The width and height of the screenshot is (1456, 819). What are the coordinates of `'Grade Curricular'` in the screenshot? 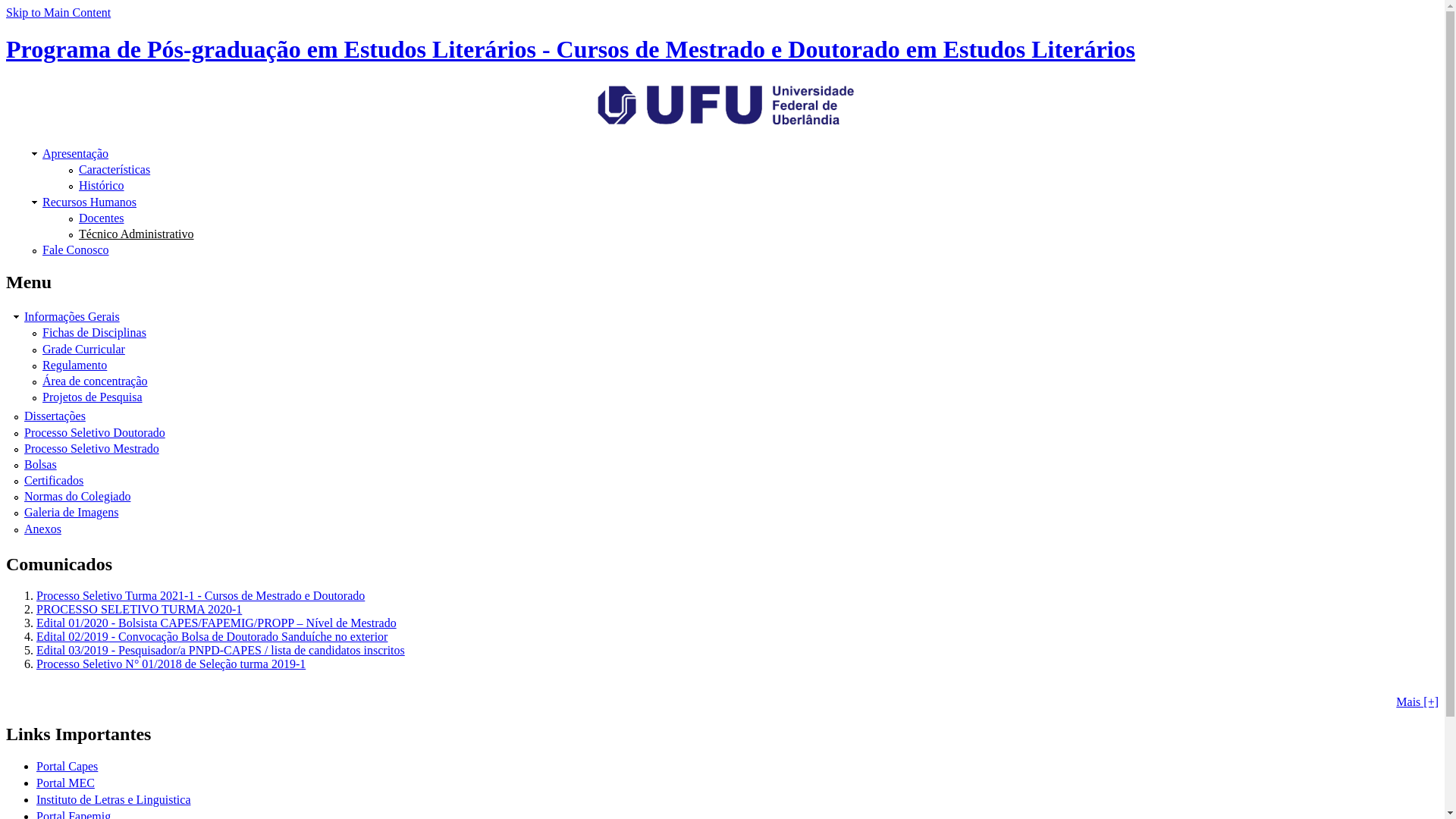 It's located at (83, 349).